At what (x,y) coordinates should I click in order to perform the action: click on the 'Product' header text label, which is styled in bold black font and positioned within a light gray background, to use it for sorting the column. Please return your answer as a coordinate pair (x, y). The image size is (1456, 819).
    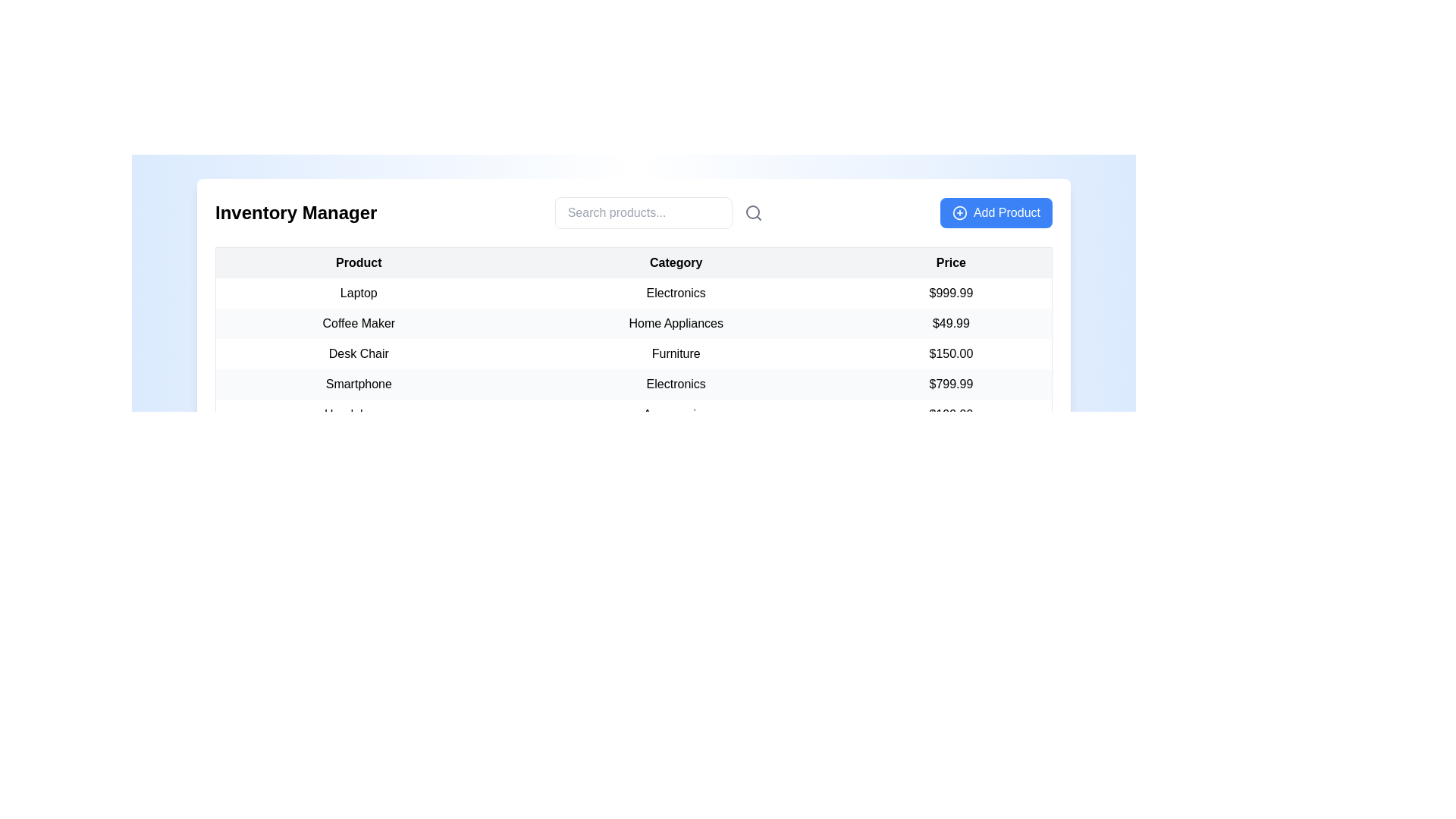
    Looking at the image, I should click on (358, 262).